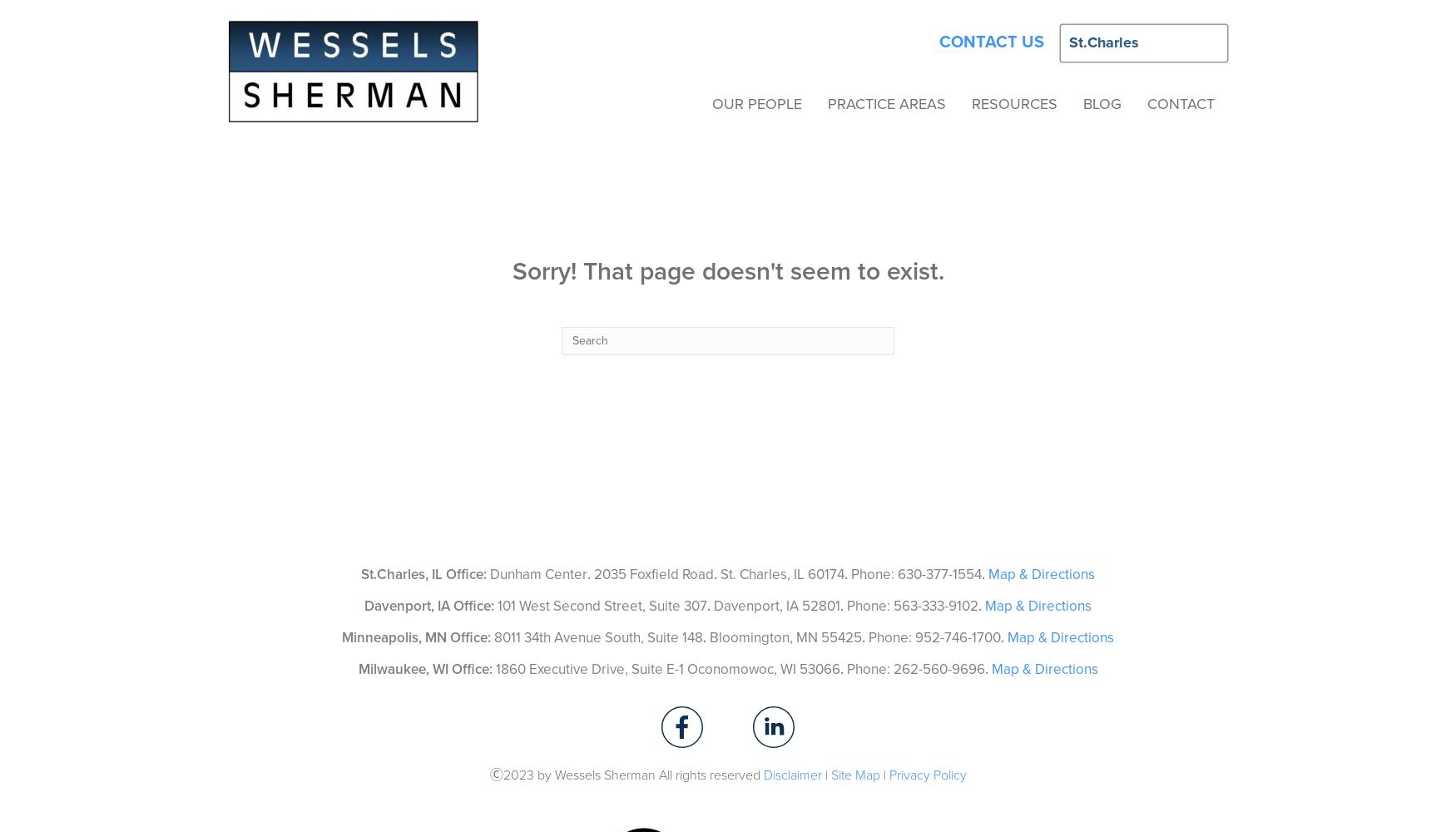  What do you see at coordinates (625, 775) in the screenshot?
I see `'Ⓒ2023 by Wessels Sherman All rights reserved'` at bounding box center [625, 775].